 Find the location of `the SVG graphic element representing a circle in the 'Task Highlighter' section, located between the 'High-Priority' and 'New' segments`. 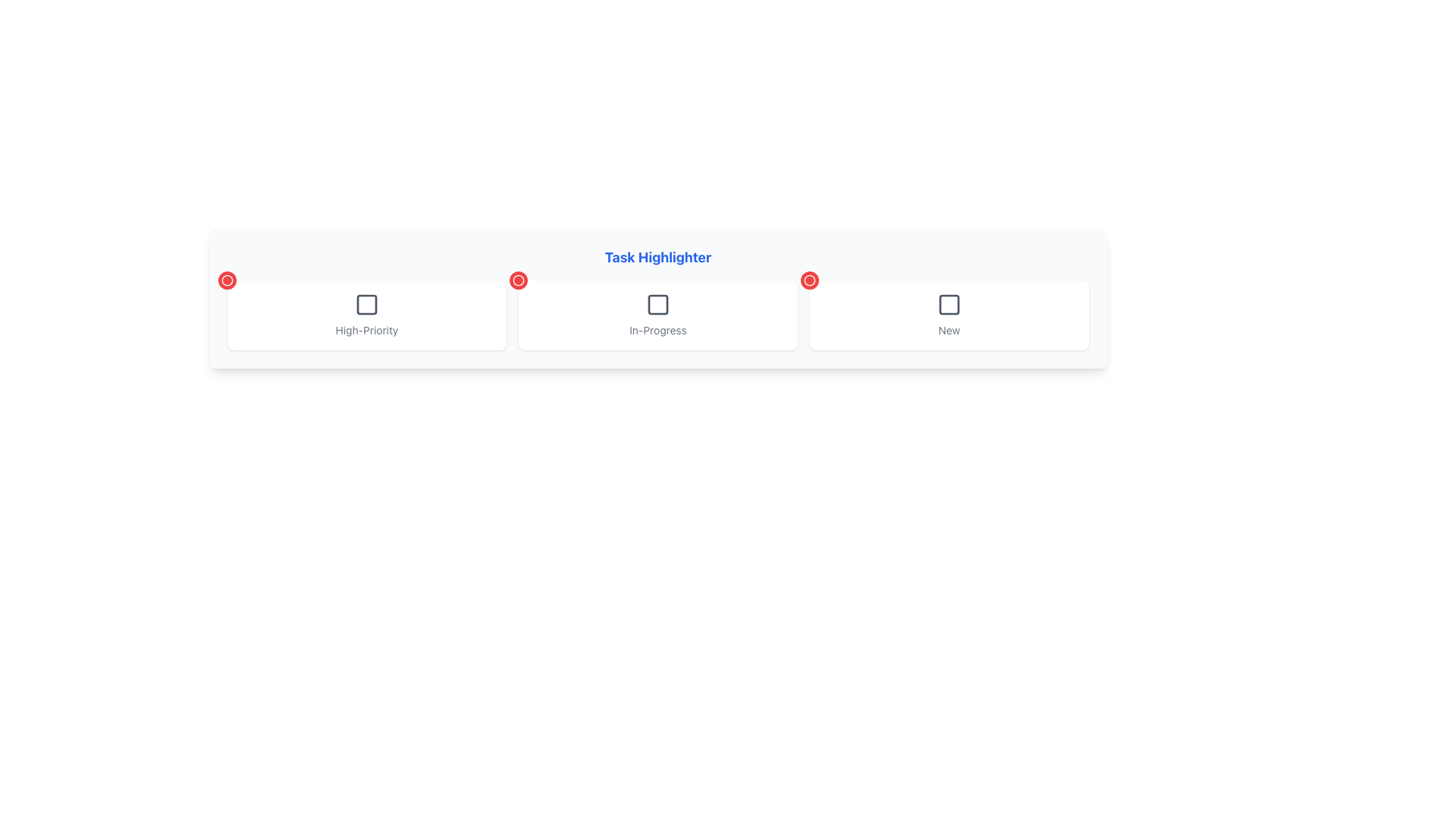

the SVG graphic element representing a circle in the 'Task Highlighter' section, located between the 'High-Priority' and 'New' segments is located at coordinates (809, 281).